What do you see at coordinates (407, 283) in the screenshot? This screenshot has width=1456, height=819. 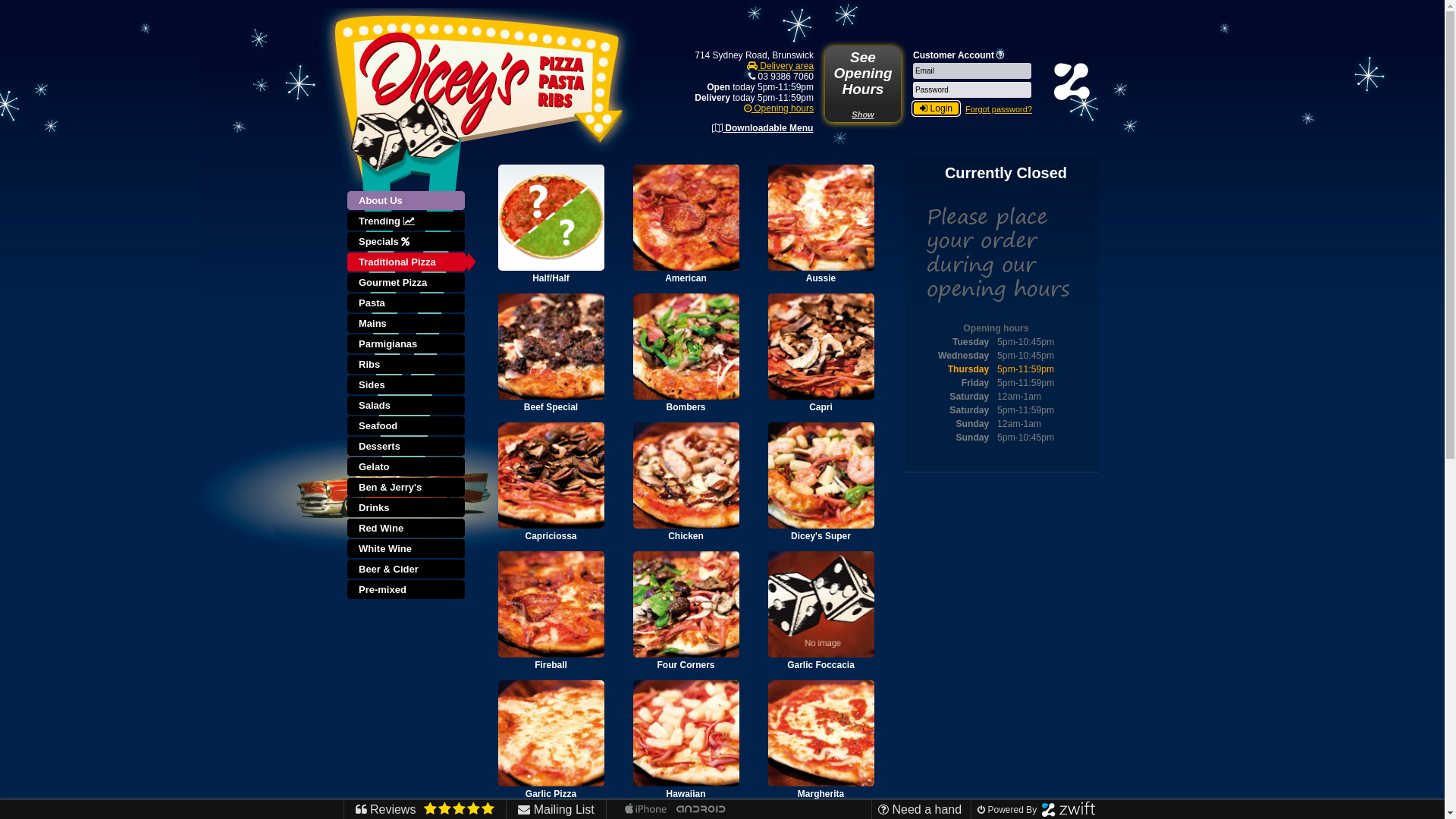 I see `'Gourmet Pizza'` at bounding box center [407, 283].